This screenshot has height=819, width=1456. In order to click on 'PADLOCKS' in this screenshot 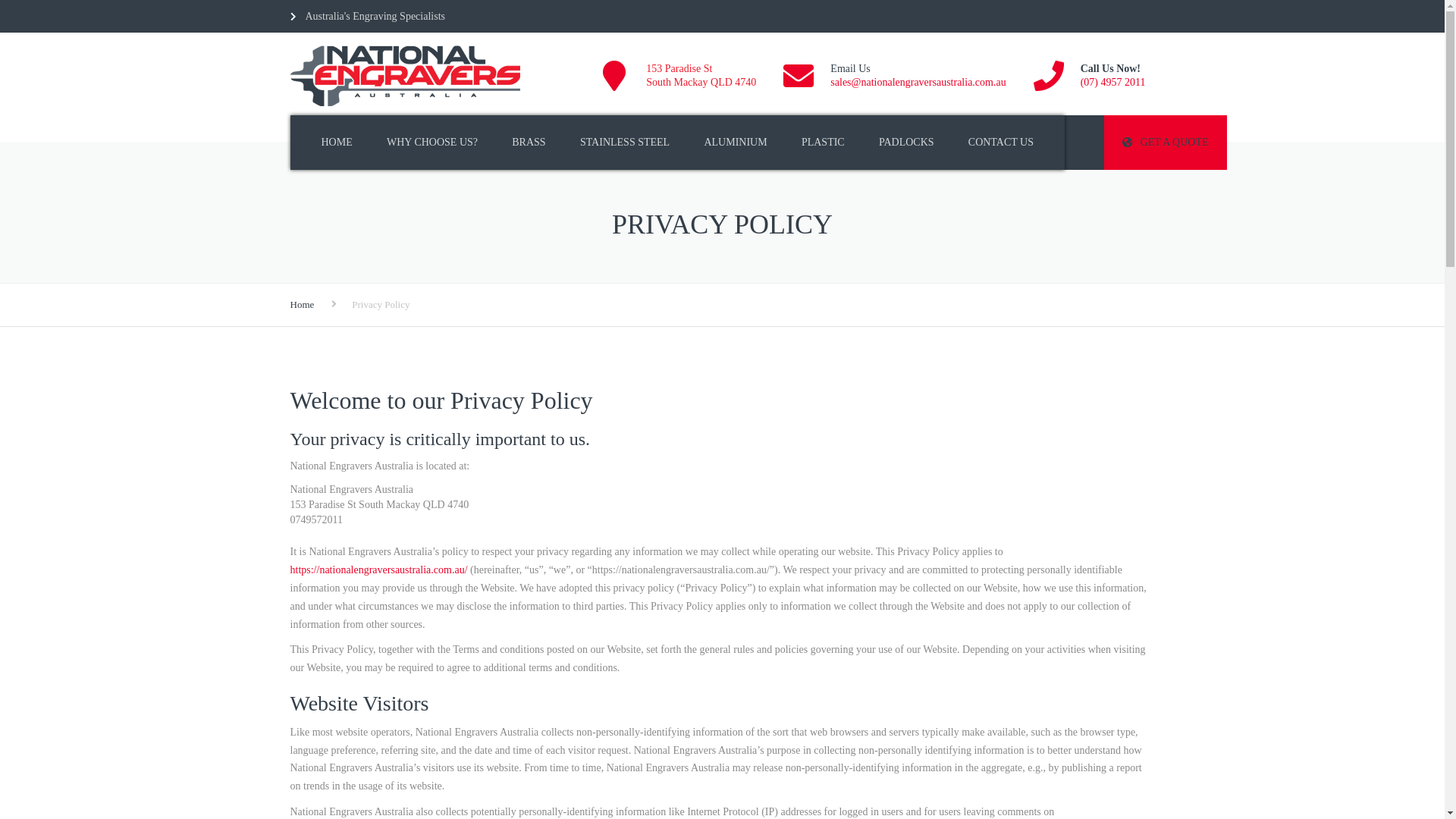, I will do `click(906, 143)`.